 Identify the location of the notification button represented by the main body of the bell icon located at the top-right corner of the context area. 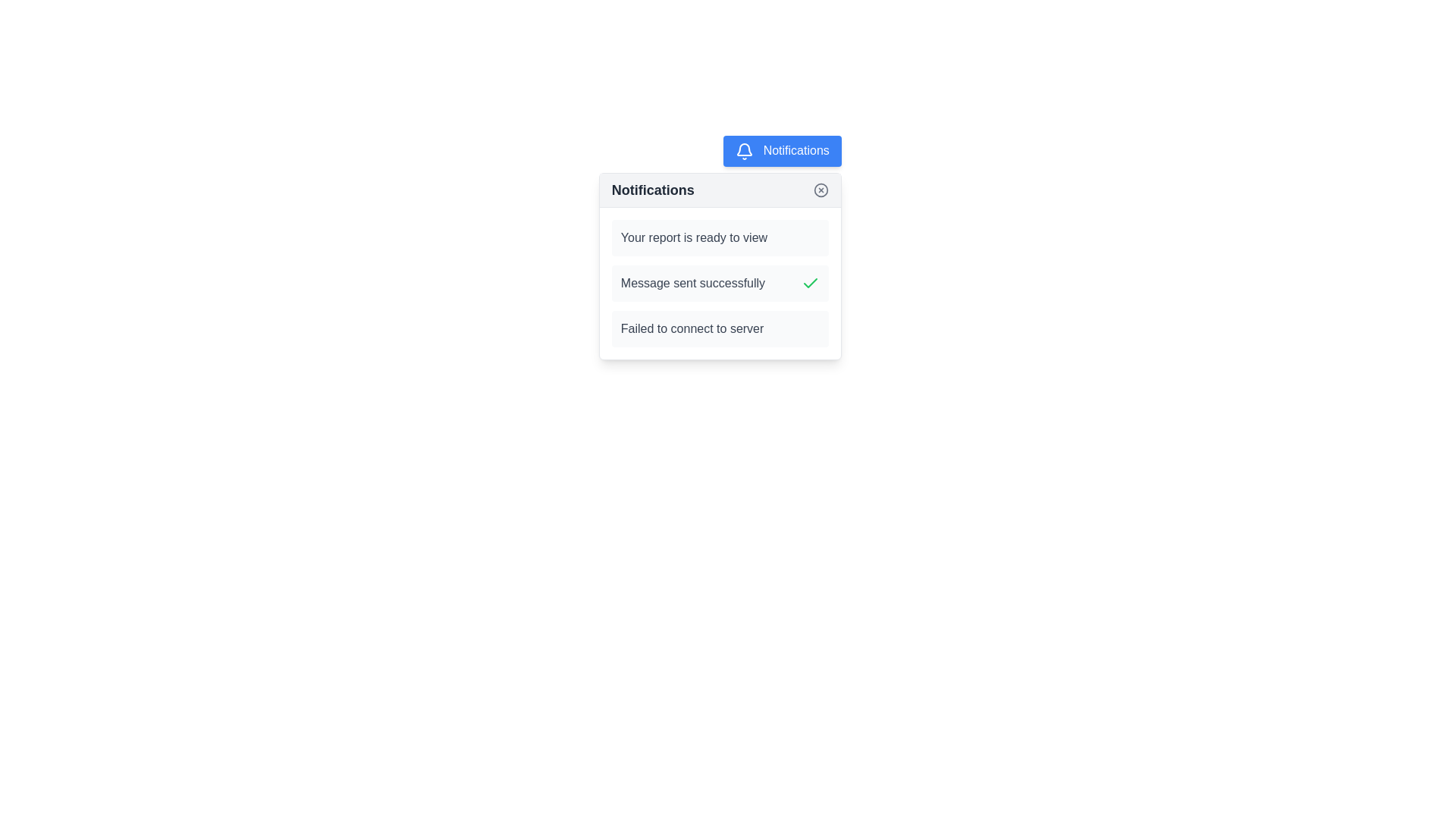
(745, 149).